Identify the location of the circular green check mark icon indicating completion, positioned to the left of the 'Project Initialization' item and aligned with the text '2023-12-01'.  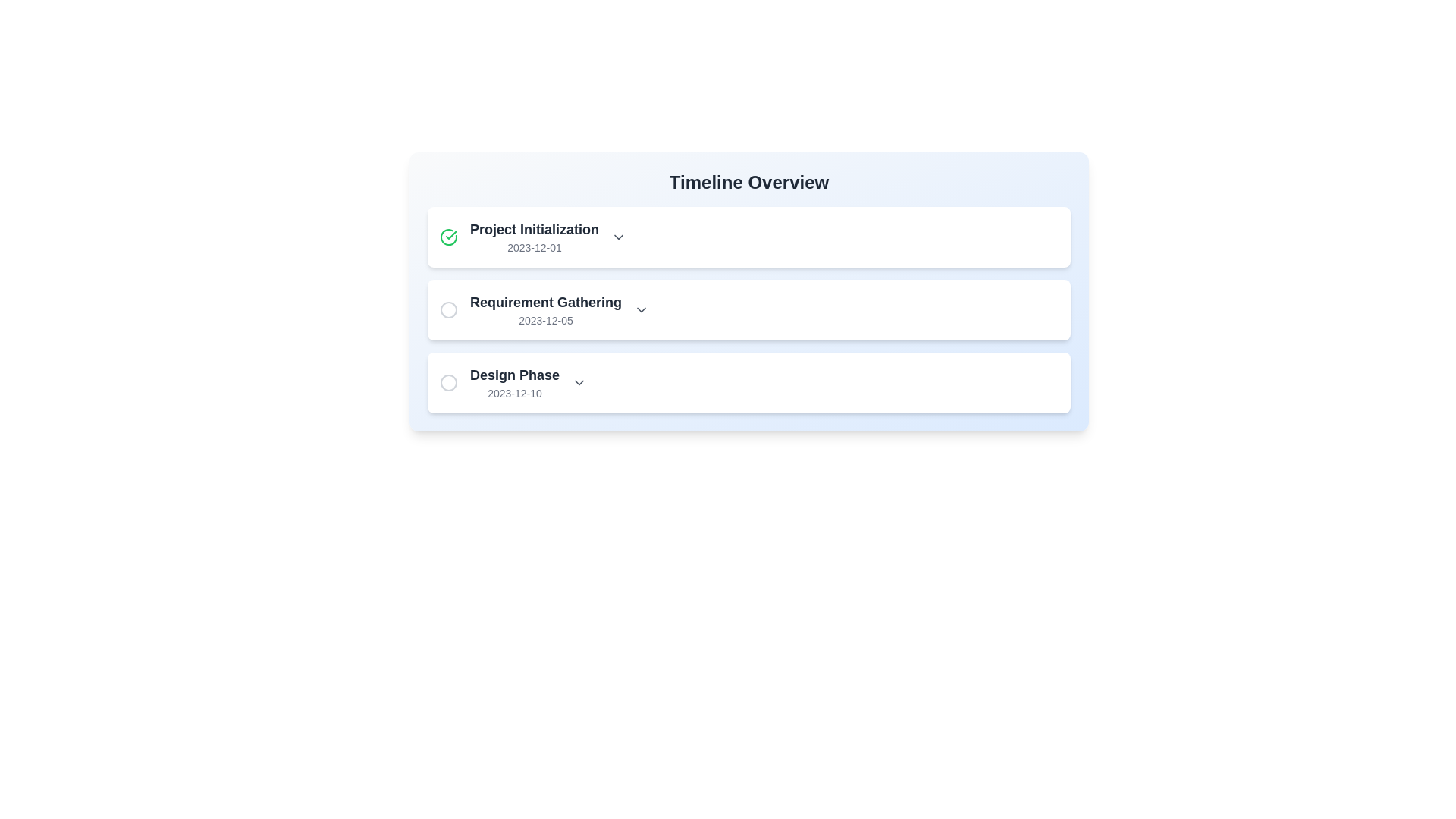
(447, 237).